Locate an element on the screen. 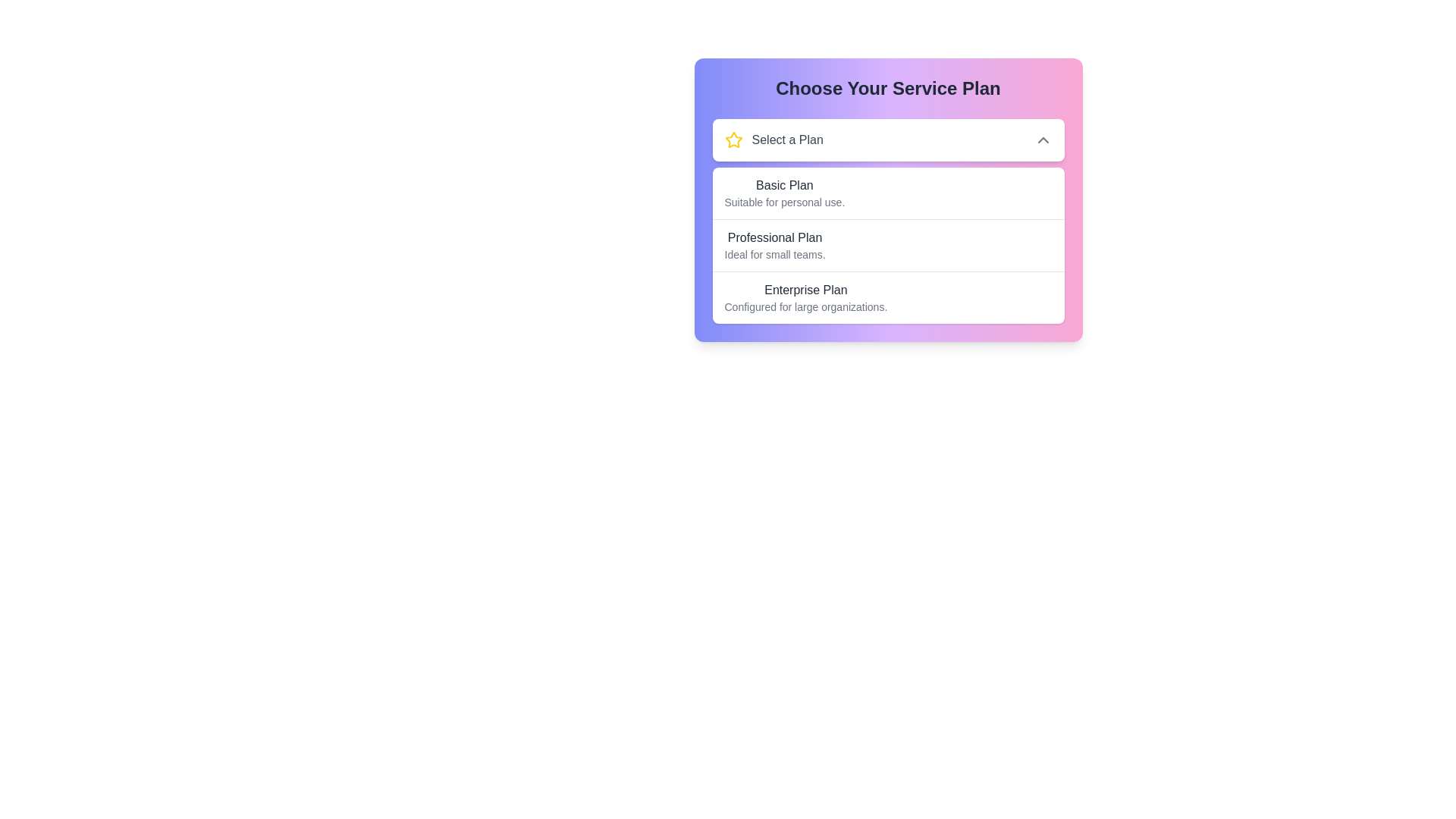  the star-shaped icon with a yellow outline located within the 'Select a Plan' dropdown is located at coordinates (733, 140).